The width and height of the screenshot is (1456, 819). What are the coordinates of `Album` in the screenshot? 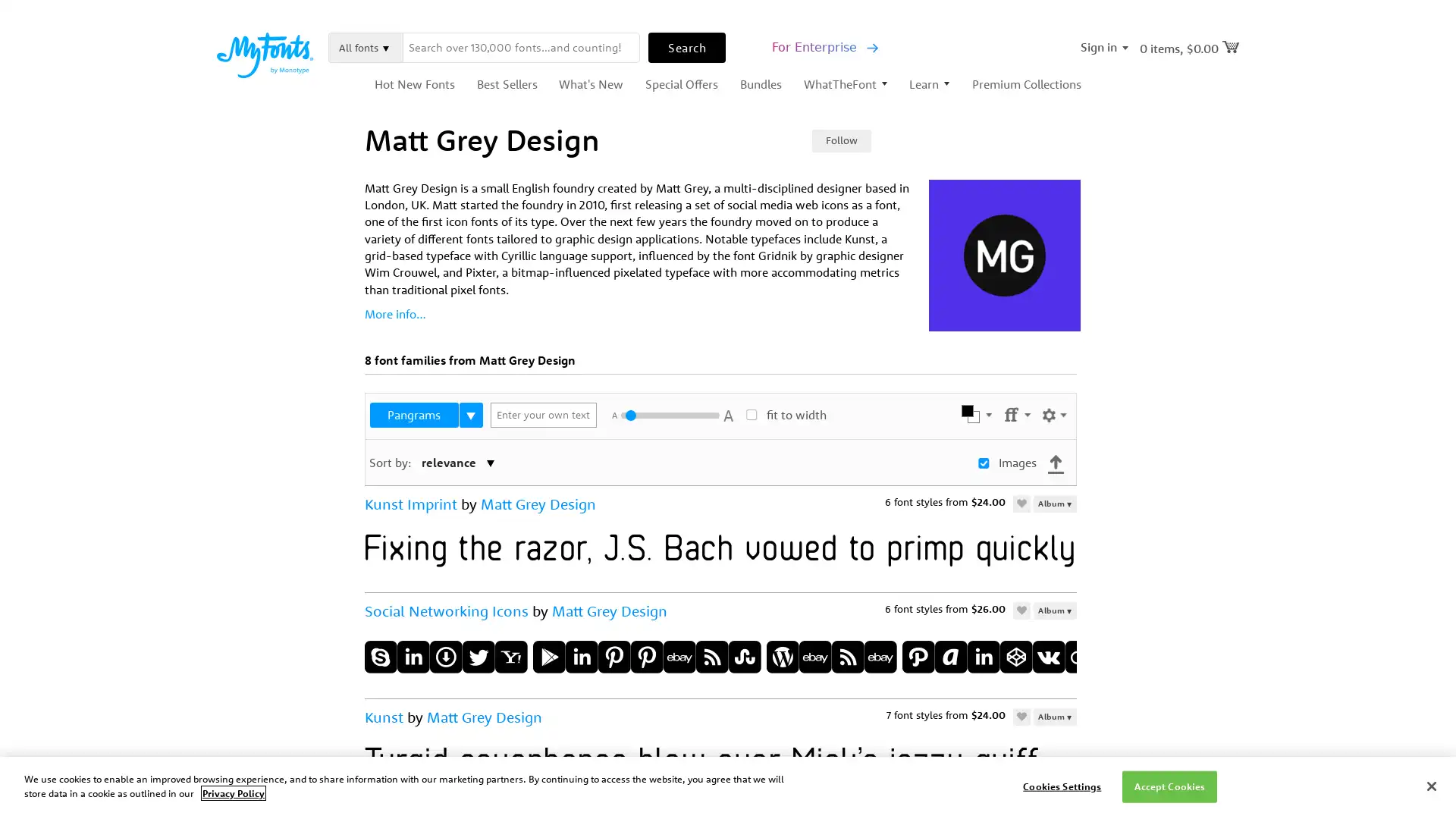 It's located at (1054, 716).